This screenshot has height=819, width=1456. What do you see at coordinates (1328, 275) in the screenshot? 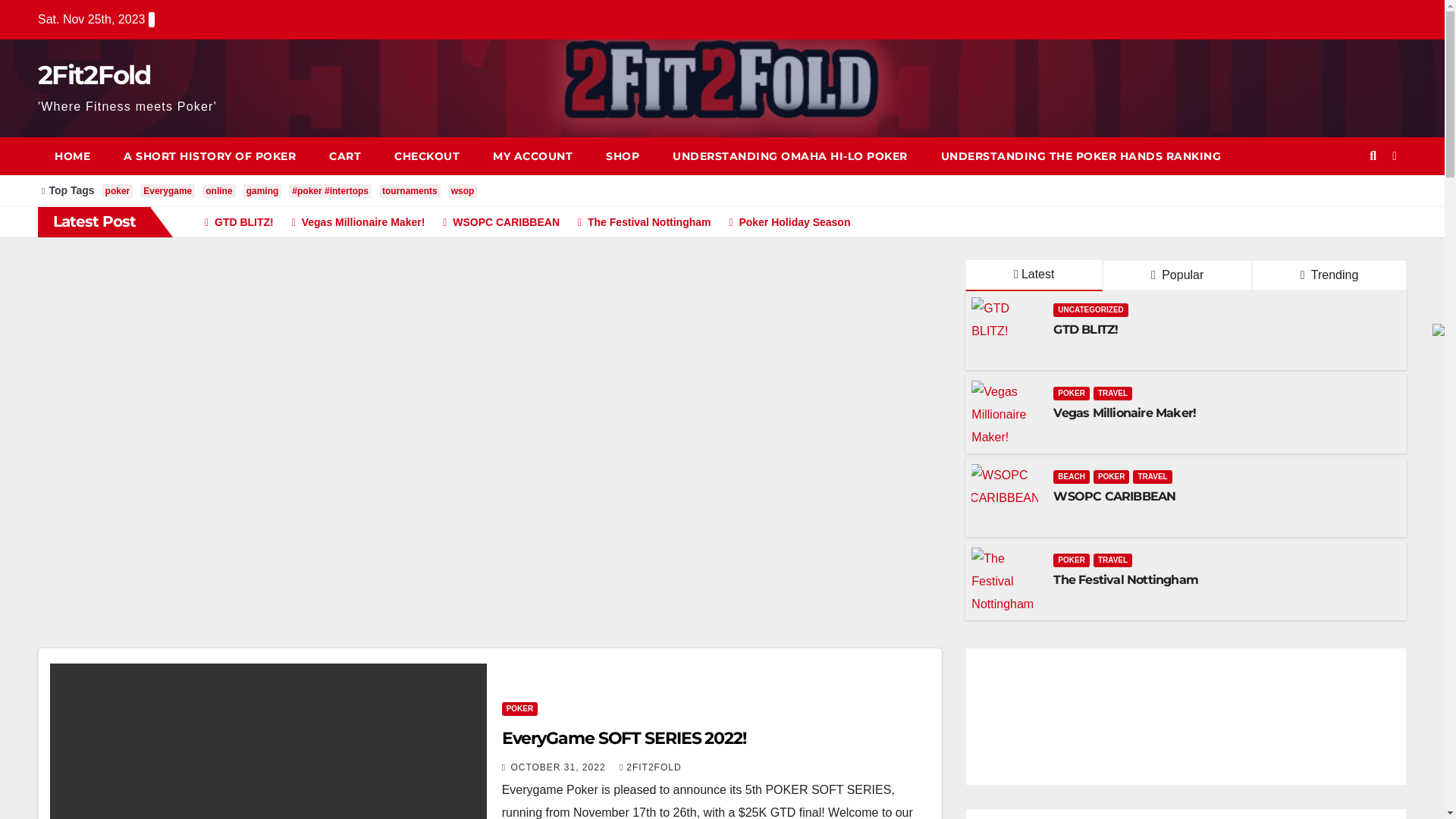
I see `'Trending'` at bounding box center [1328, 275].